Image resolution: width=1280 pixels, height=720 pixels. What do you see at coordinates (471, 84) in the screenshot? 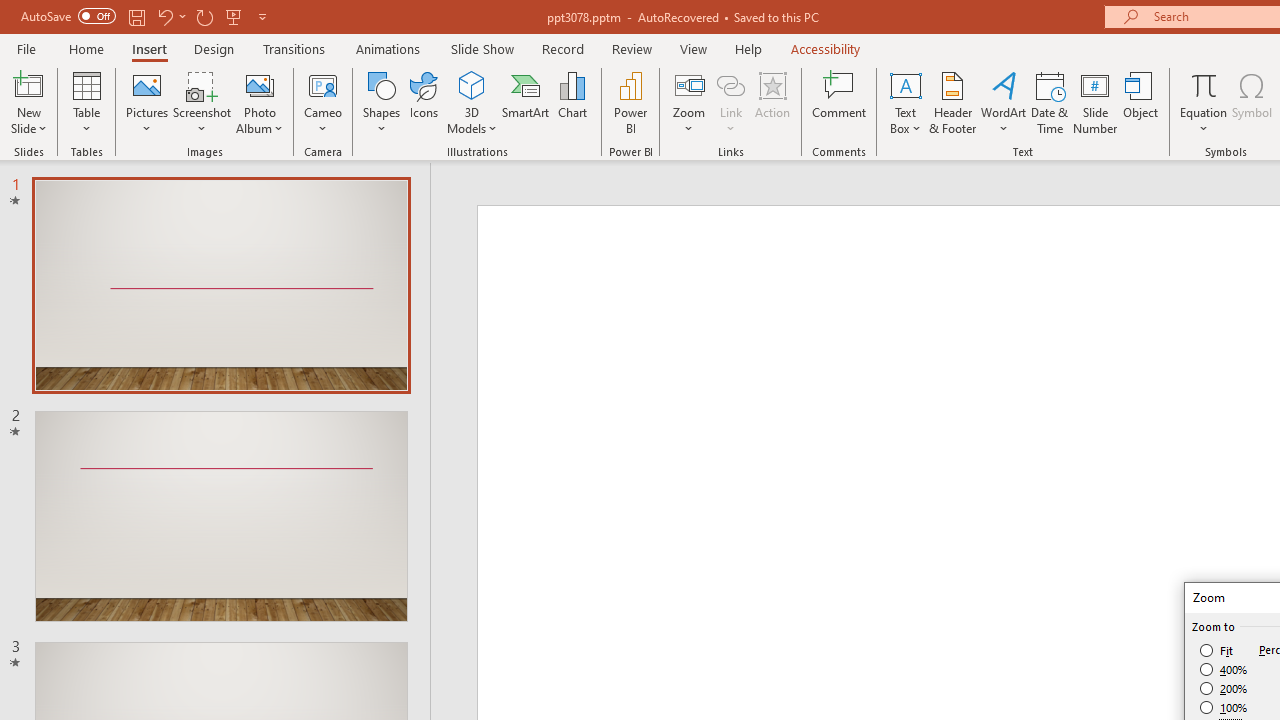
I see `'3D Models'` at bounding box center [471, 84].